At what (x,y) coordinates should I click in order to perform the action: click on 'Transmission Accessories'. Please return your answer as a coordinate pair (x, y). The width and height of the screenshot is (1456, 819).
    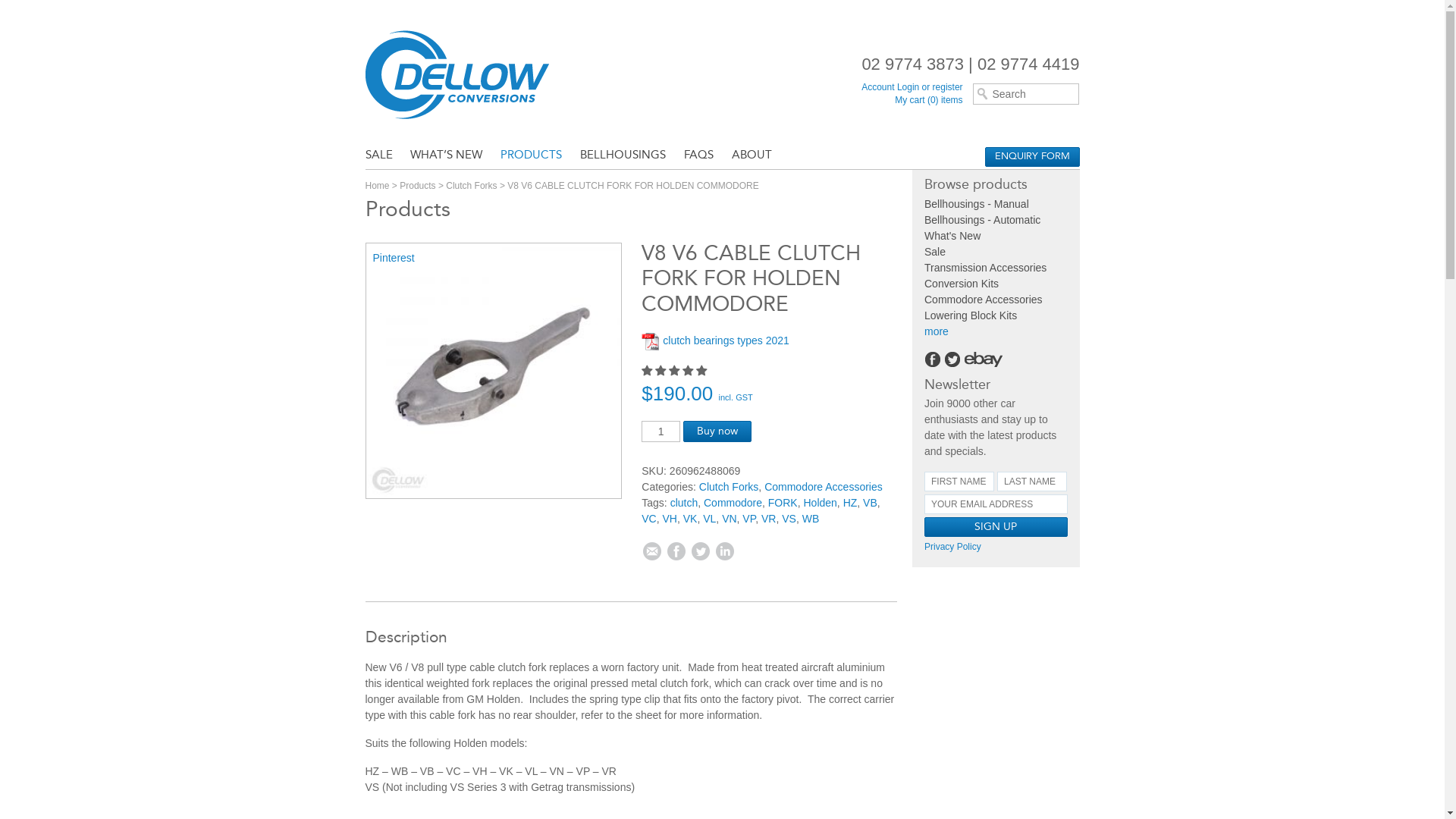
    Looking at the image, I should click on (985, 267).